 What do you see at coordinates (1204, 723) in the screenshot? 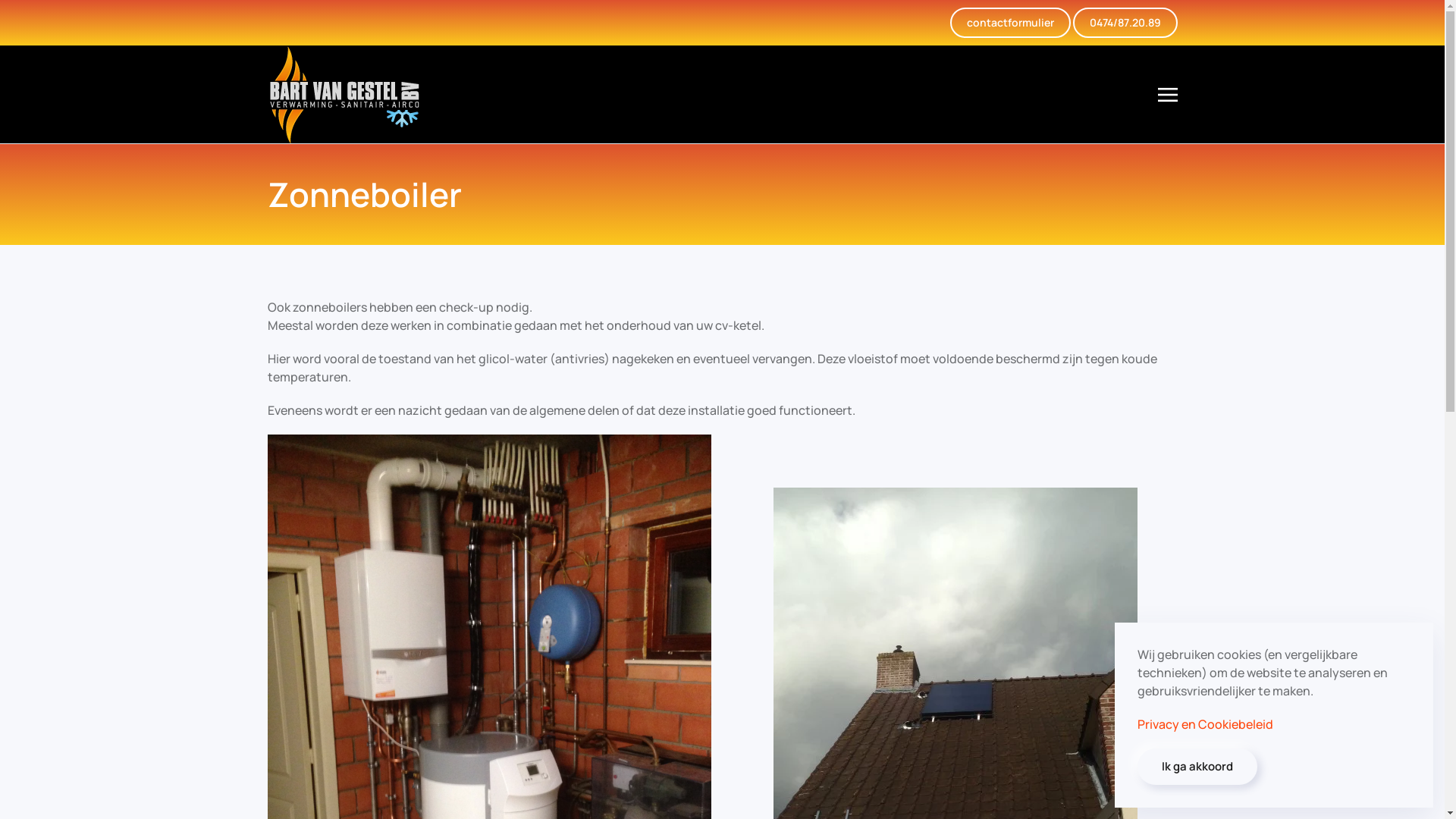
I see `'Privacy en Cookiebeleid'` at bounding box center [1204, 723].